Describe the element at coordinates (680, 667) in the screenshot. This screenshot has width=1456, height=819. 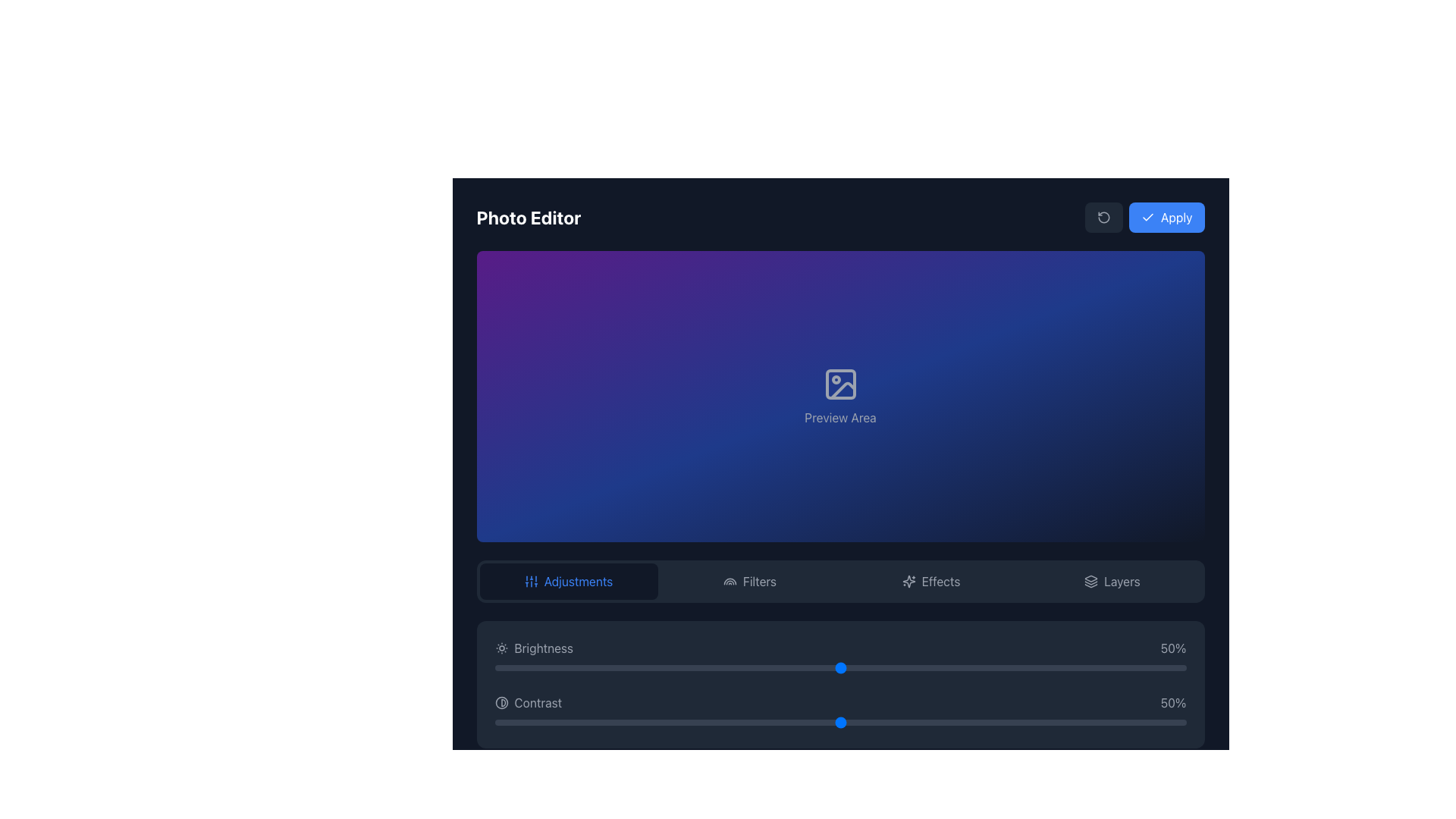
I see `the slider value` at that location.